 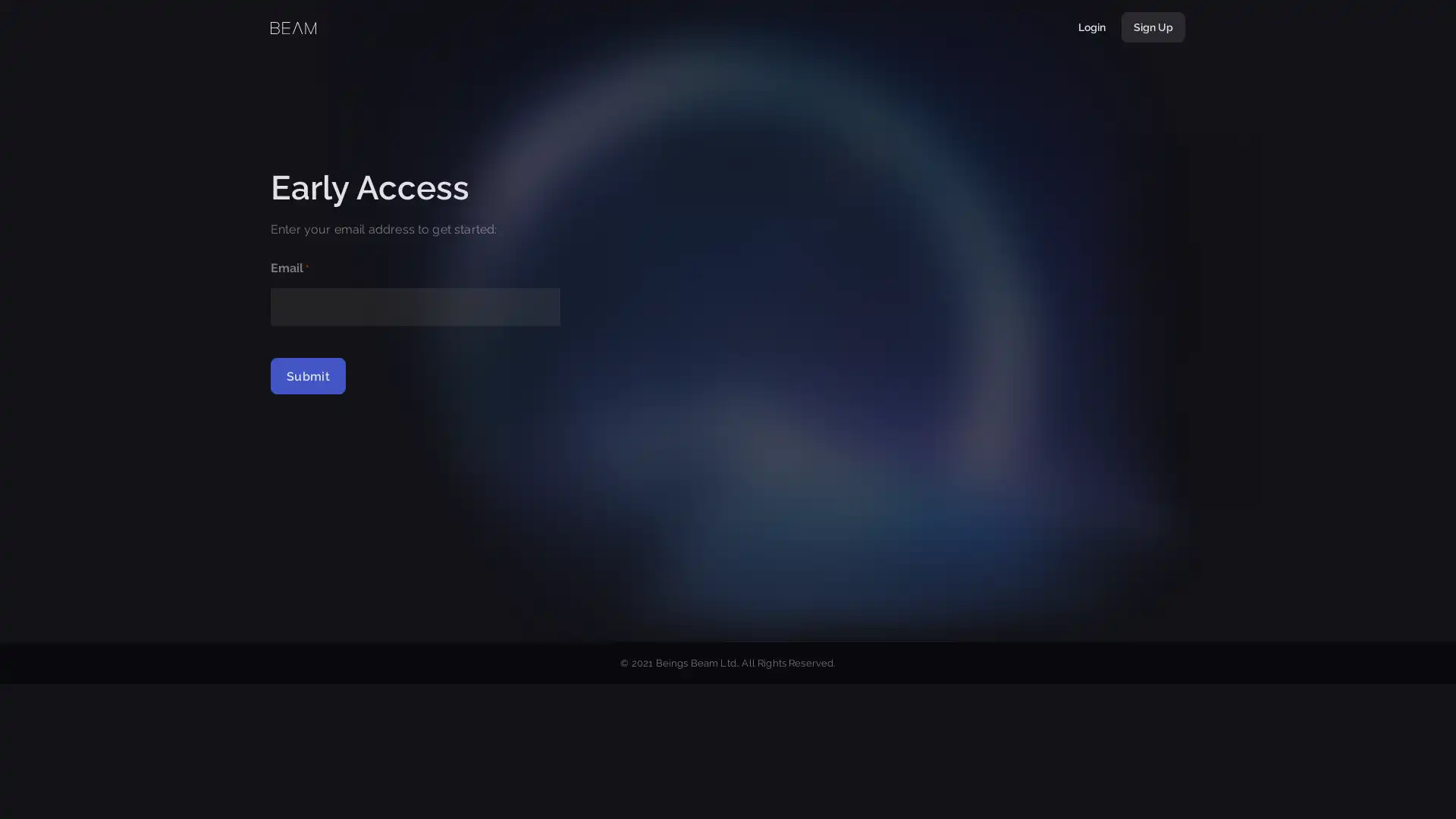 I want to click on Submit, so click(x=307, y=375).